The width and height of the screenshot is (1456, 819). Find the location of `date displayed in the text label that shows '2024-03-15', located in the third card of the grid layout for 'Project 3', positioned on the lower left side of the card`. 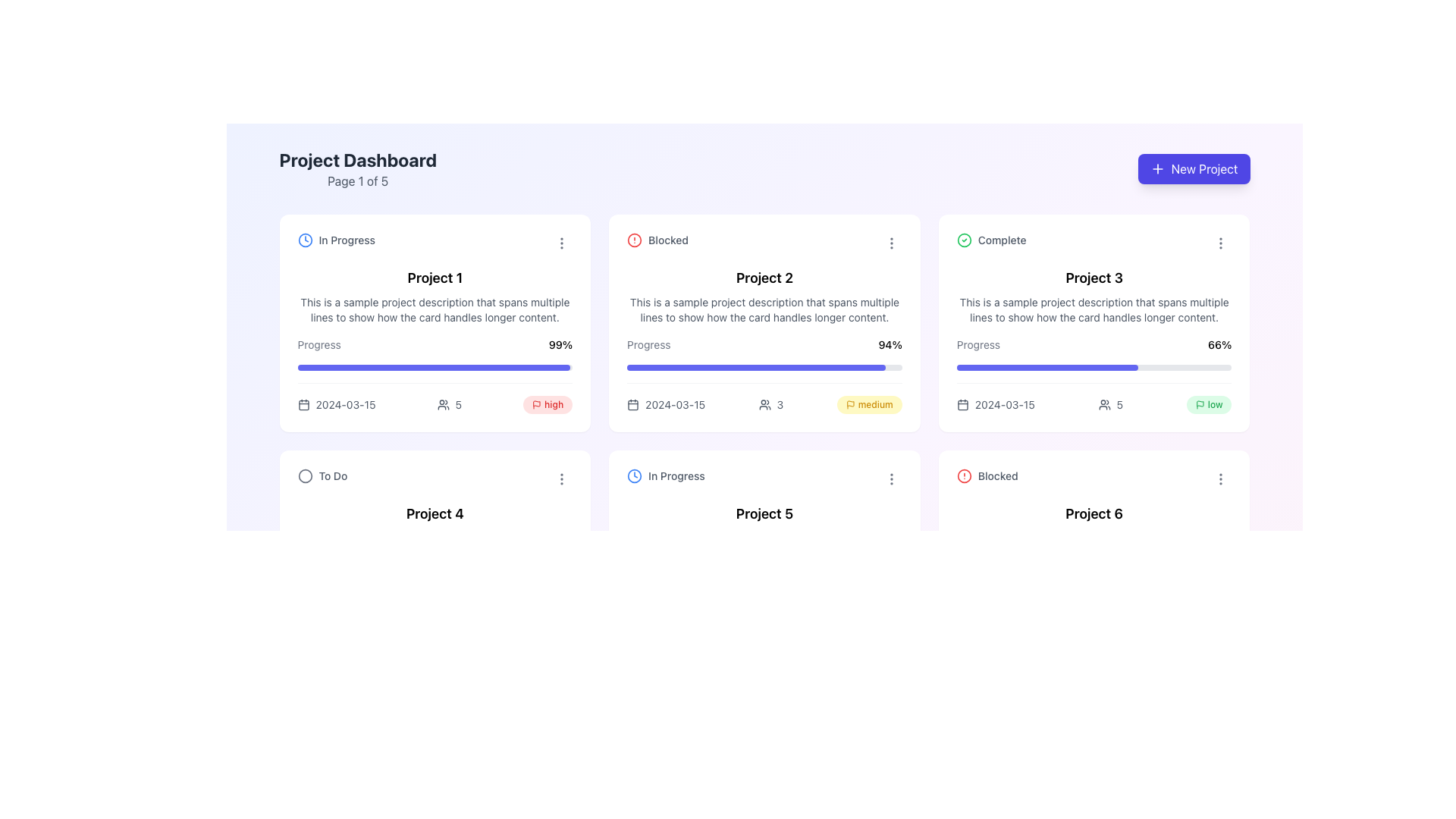

date displayed in the text label that shows '2024-03-15', located in the third card of the grid layout for 'Project 3', positioned on the lower left side of the card is located at coordinates (1005, 403).